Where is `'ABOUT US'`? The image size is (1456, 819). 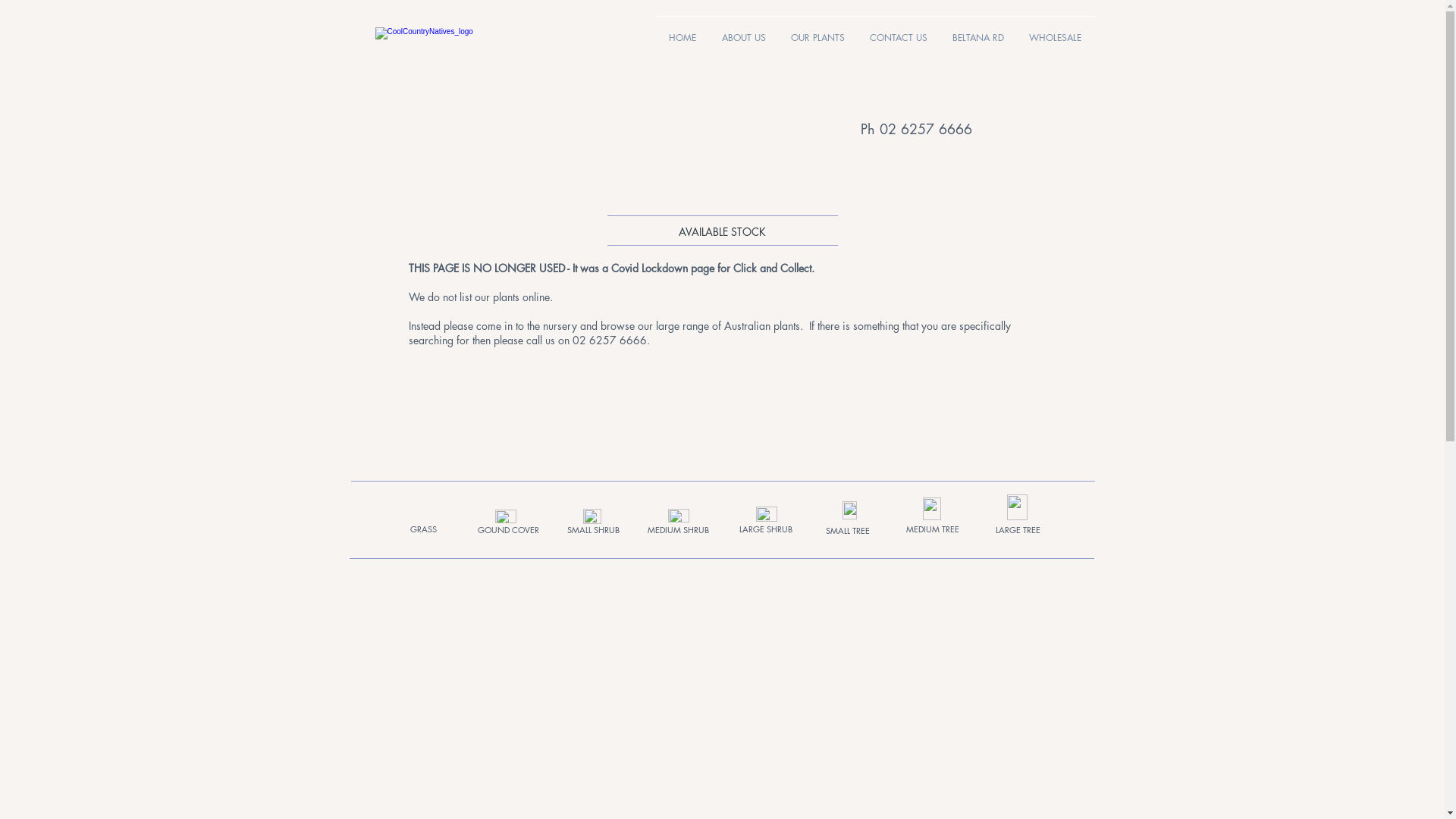 'ABOUT US' is located at coordinates (742, 31).